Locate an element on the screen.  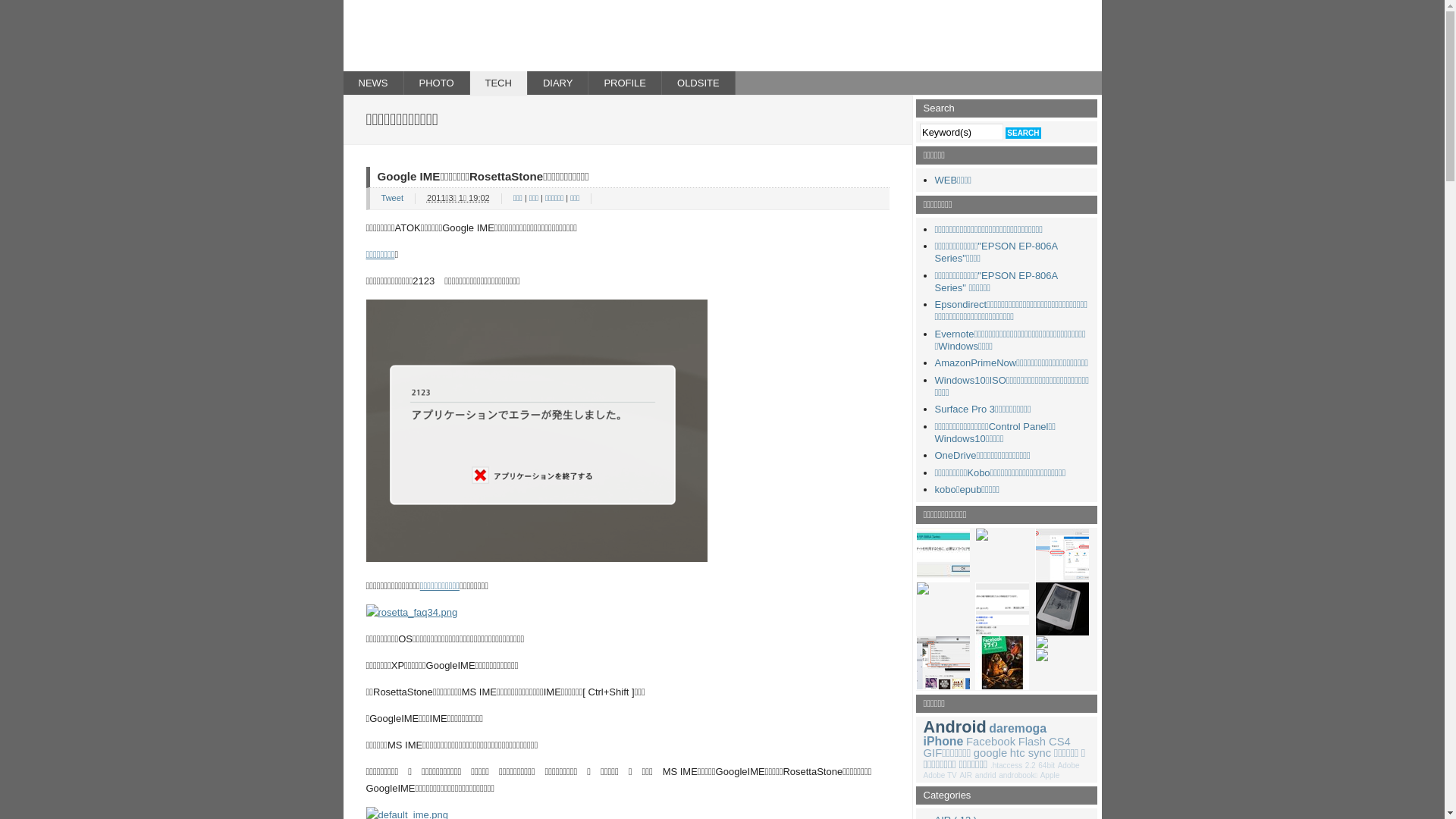
'Flash CS4' is located at coordinates (1043, 741).